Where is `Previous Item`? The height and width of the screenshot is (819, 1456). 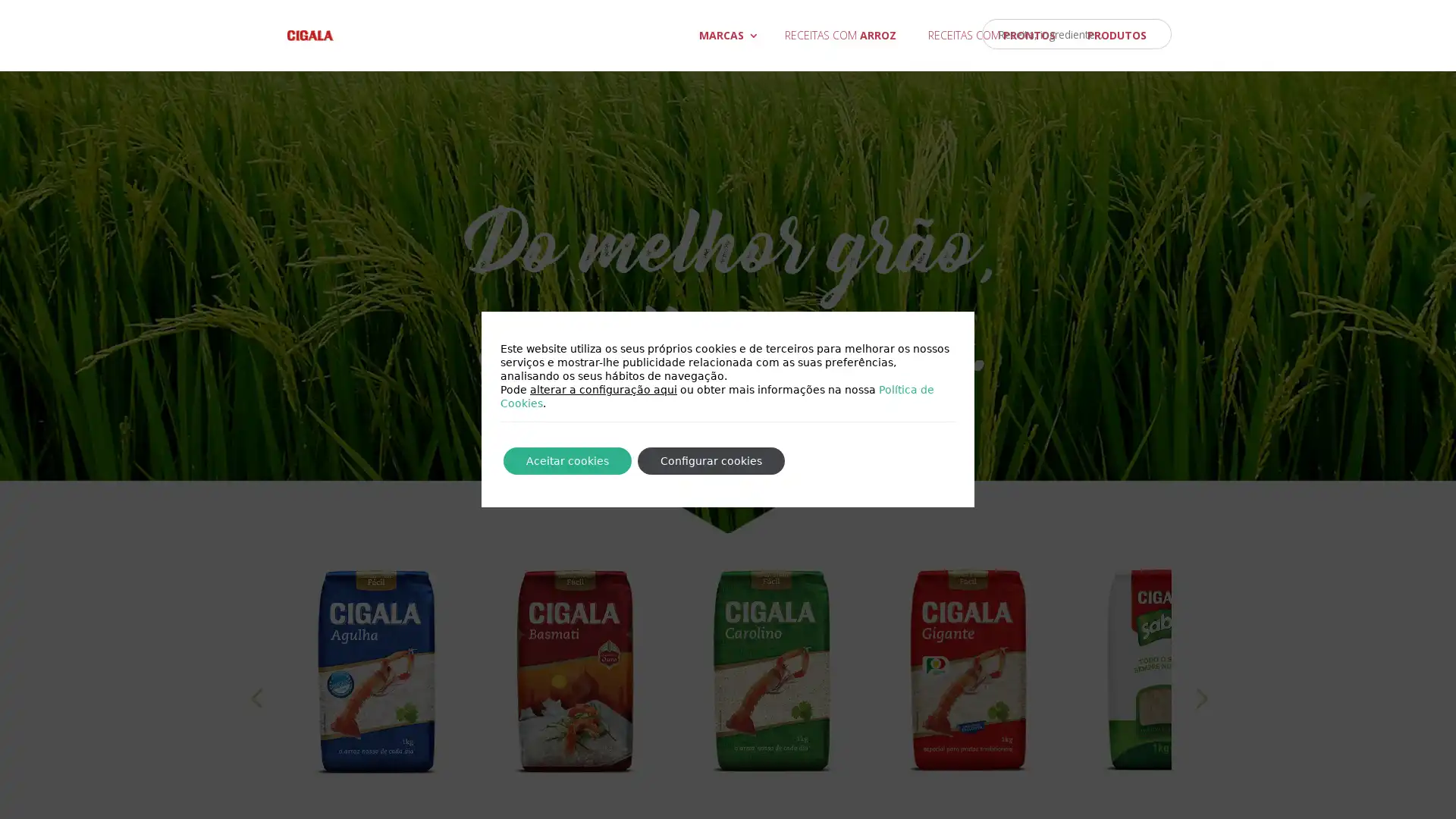 Previous Item is located at coordinates (256, 716).